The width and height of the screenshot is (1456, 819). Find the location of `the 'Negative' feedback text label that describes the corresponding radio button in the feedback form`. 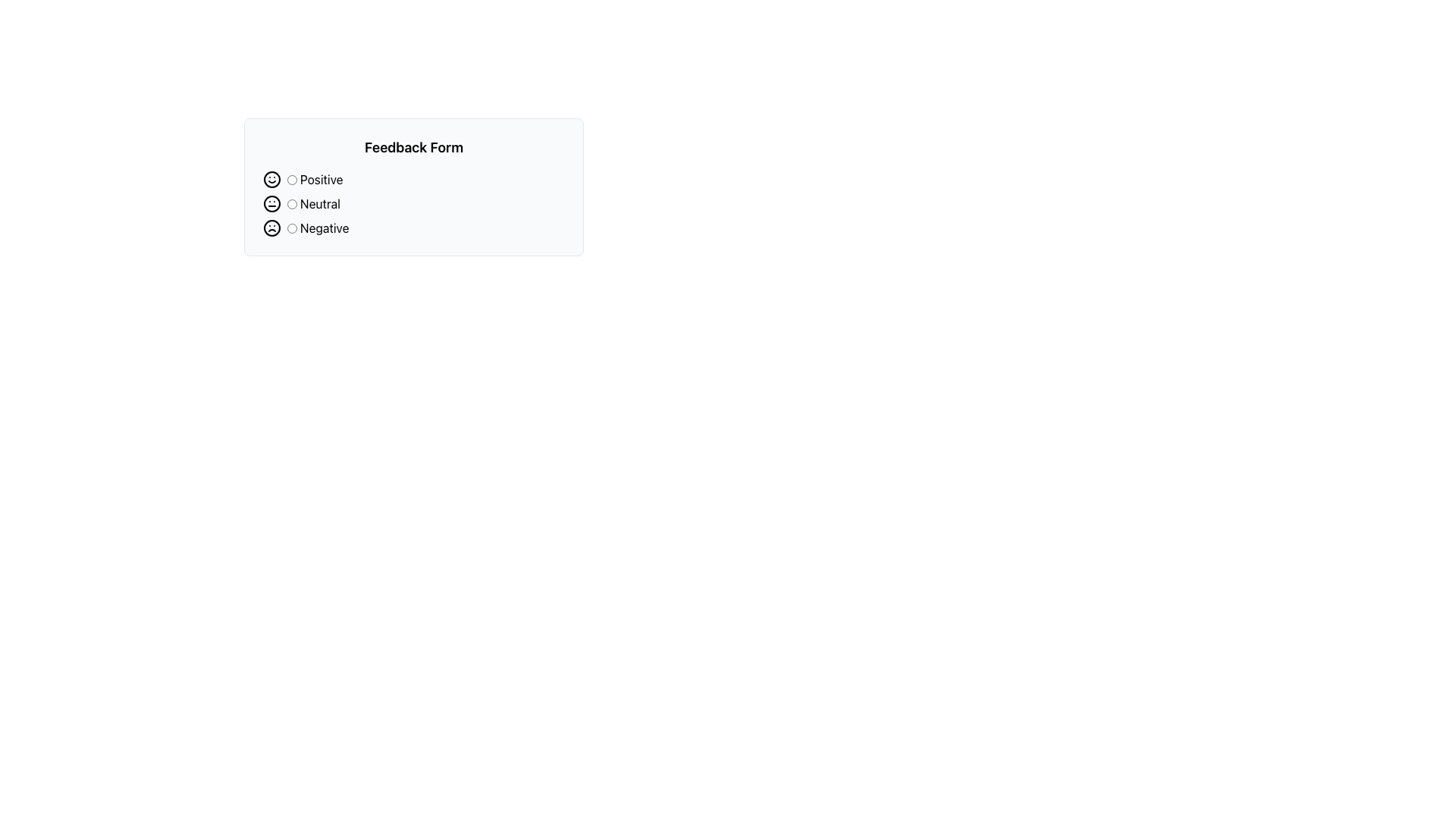

the 'Negative' feedback text label that describes the corresponding radio button in the feedback form is located at coordinates (324, 227).